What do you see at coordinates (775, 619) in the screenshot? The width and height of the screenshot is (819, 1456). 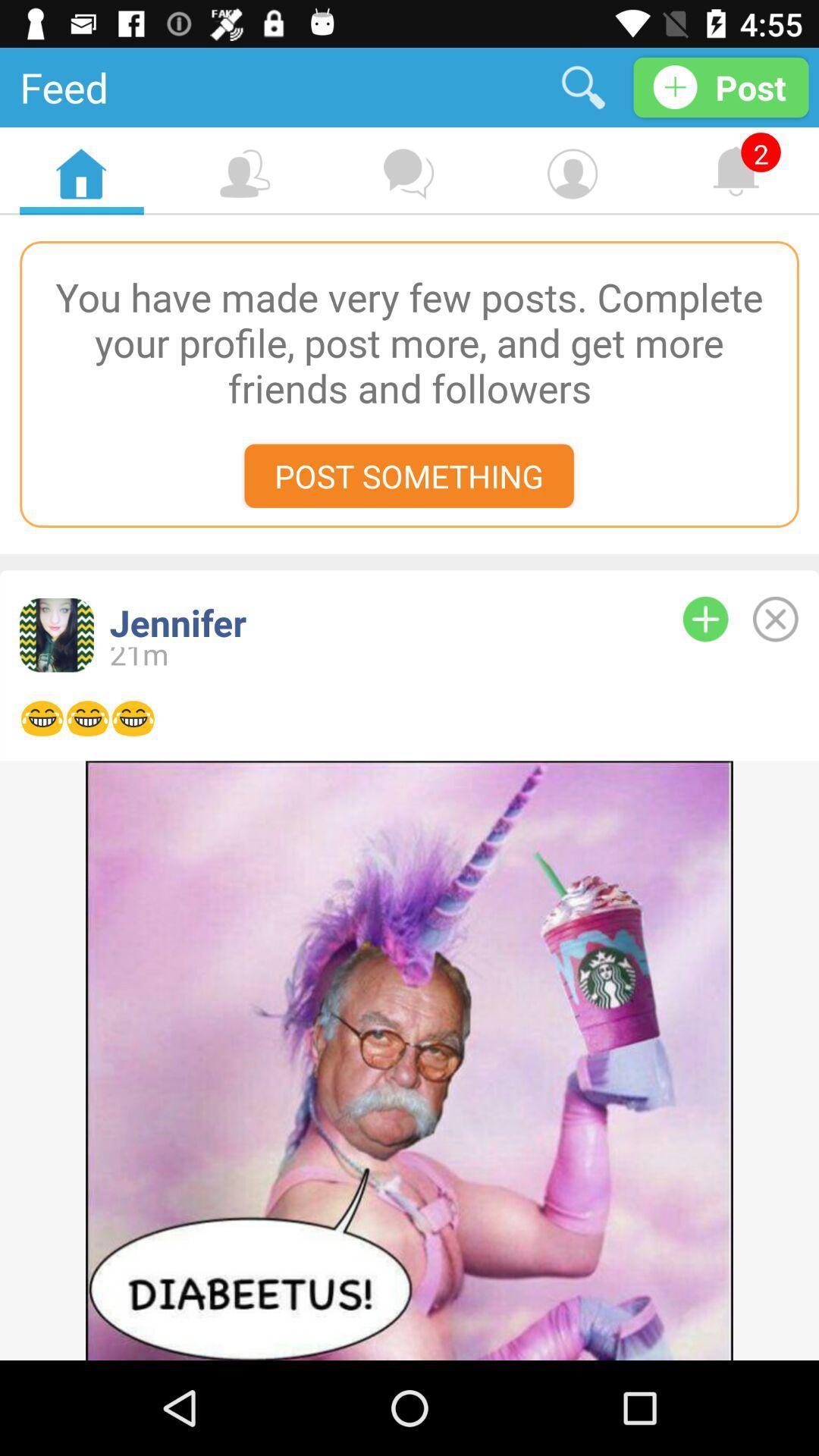 I see `delete this post` at bounding box center [775, 619].